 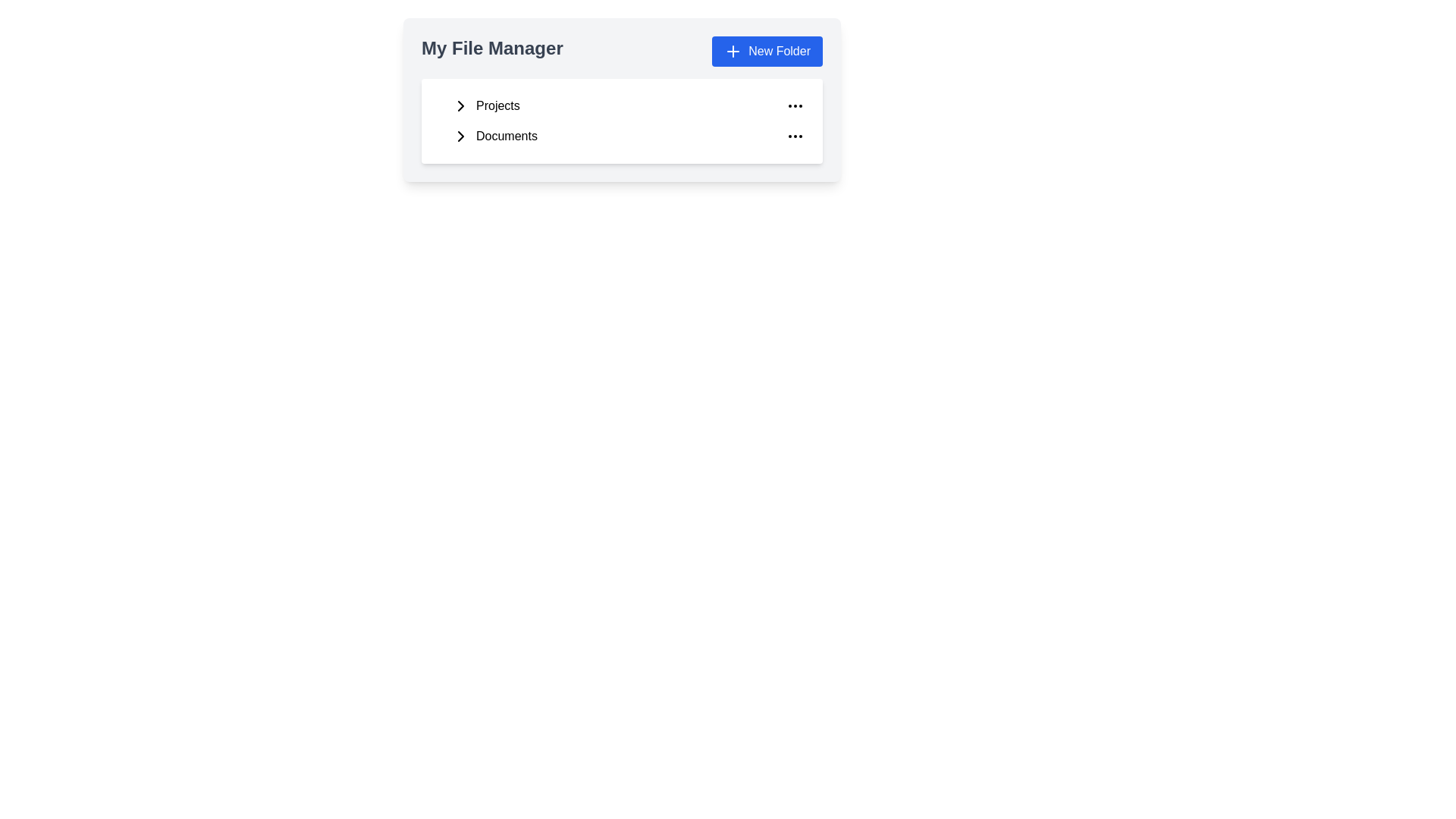 What do you see at coordinates (460, 136) in the screenshot?
I see `the right-pointing chevron icon` at bounding box center [460, 136].